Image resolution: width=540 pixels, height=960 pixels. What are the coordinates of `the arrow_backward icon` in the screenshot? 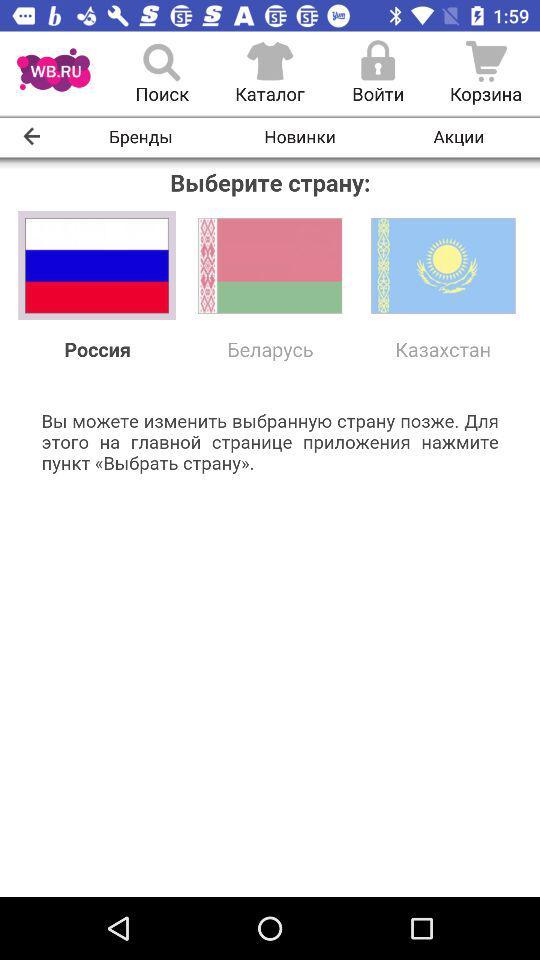 It's located at (30, 135).